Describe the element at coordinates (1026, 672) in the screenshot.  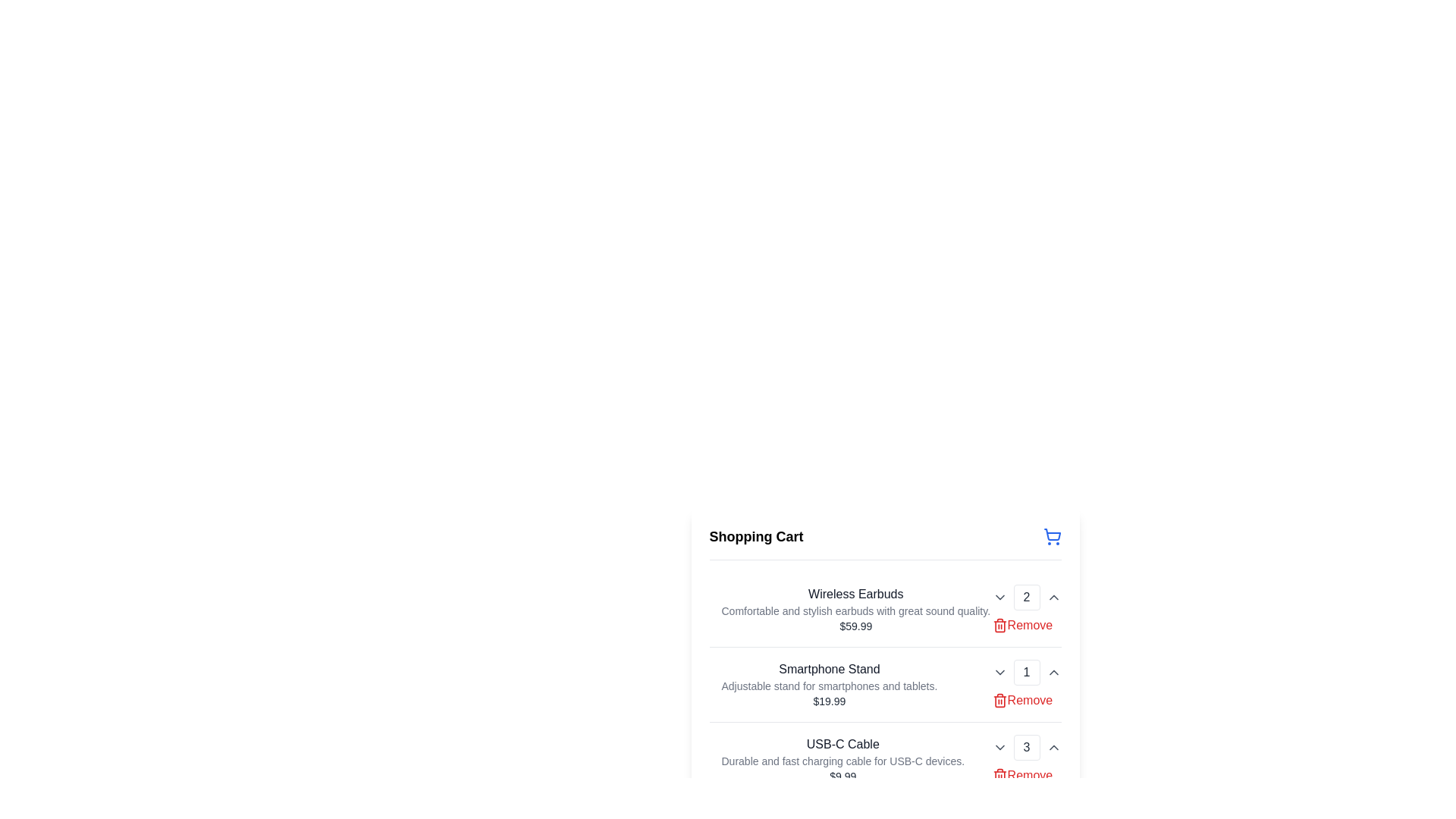
I see `the Numeric display box that shows the quantity of items in the 'Smartphone Stand' section of the shopping cart` at that location.